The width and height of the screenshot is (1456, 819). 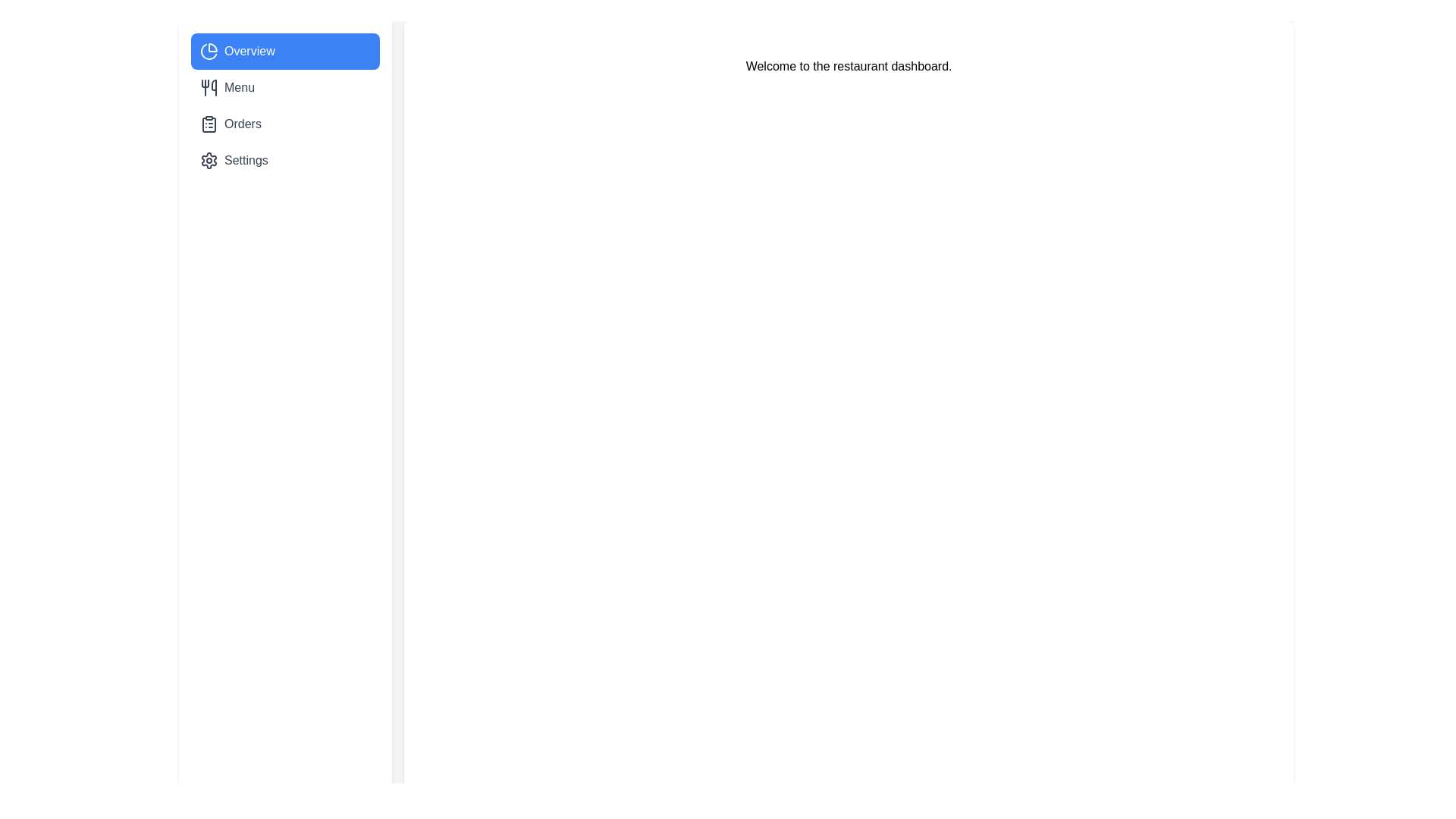 What do you see at coordinates (246, 161) in the screenshot?
I see `the Text label that acts as a descriptor for the menu item that opens the Settings page, located at the bottom of the vertical navigation menu, below the 'Orders' menu item` at bounding box center [246, 161].